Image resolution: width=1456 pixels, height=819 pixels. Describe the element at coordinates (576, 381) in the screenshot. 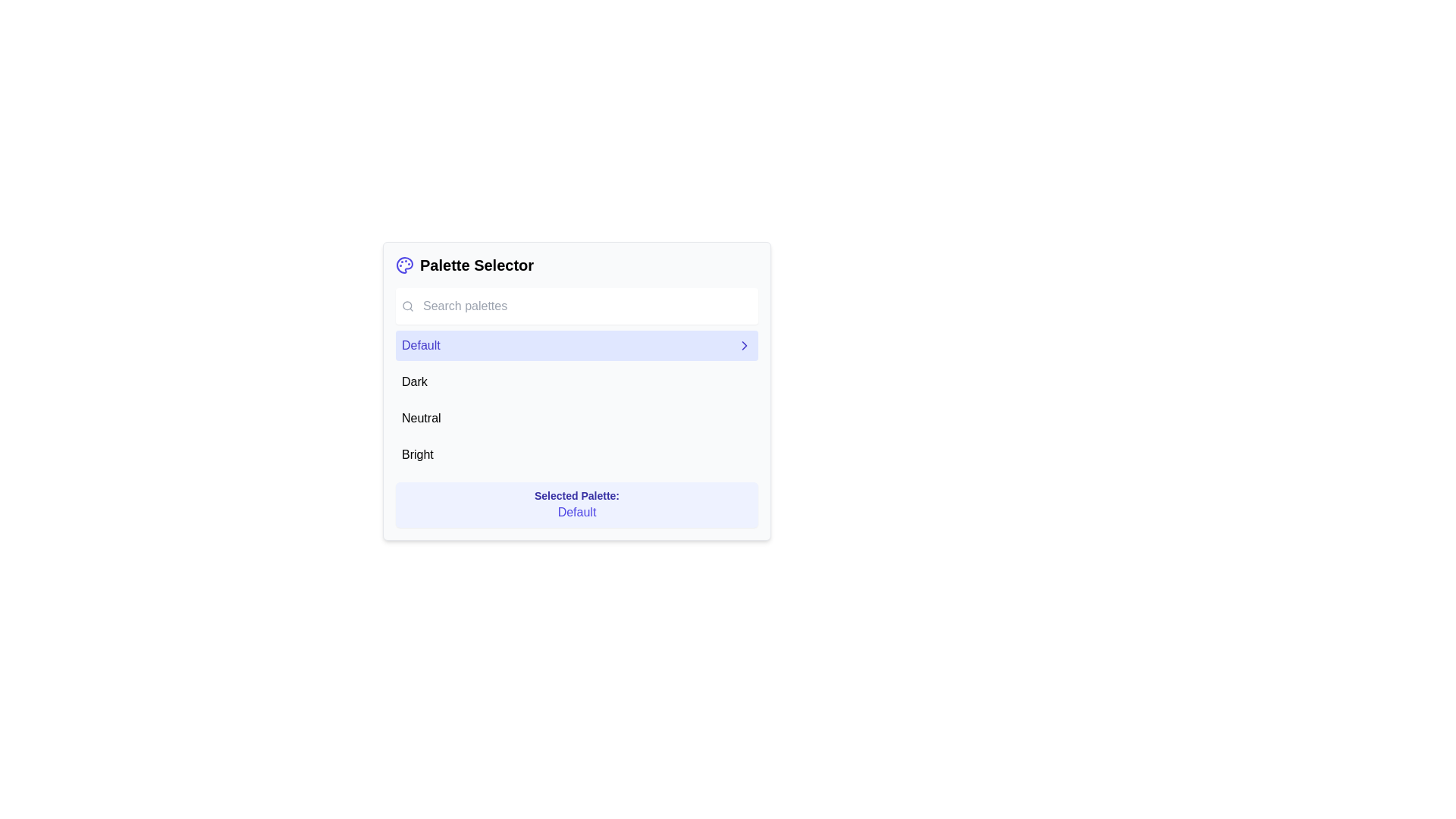

I see `the 'Dark' theme button located below the 'Default' option and above the 'Neutral' option in the 'Palette Selector'` at that location.